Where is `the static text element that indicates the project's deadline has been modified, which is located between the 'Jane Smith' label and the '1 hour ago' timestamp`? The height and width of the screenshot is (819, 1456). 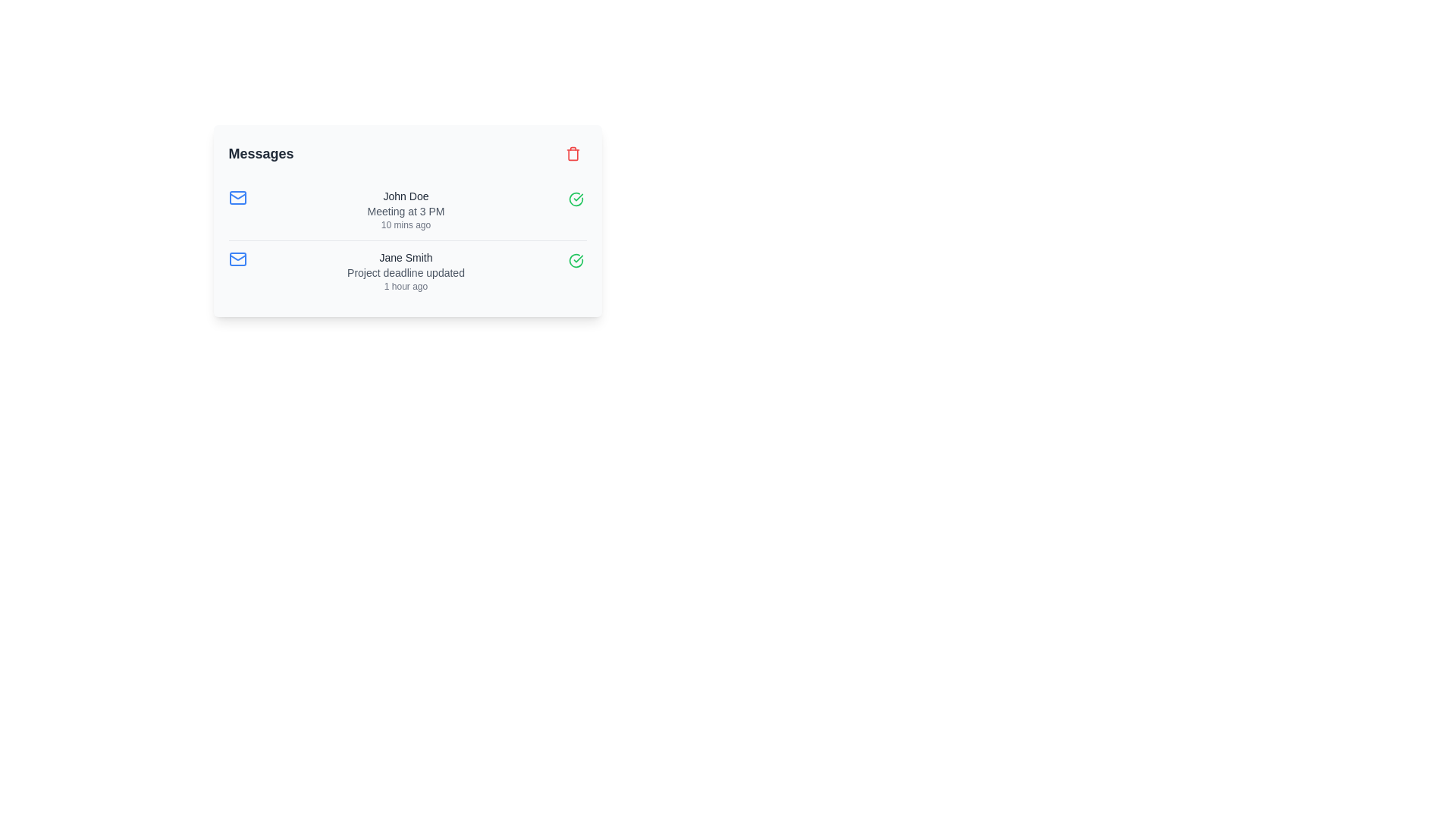 the static text element that indicates the project's deadline has been modified, which is located between the 'Jane Smith' label and the '1 hour ago' timestamp is located at coordinates (406, 271).